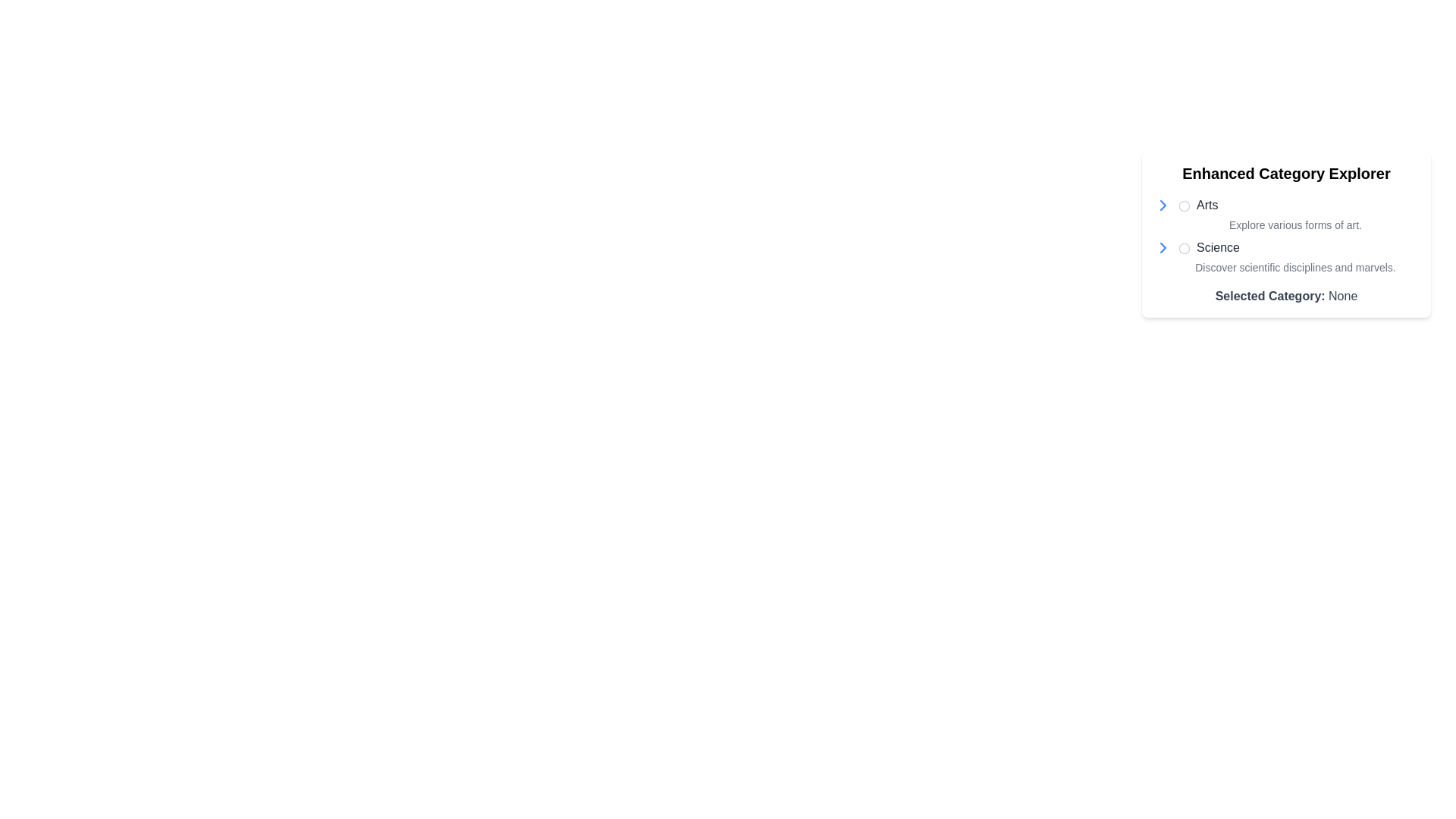 The width and height of the screenshot is (1456, 819). Describe the element at coordinates (1207, 205) in the screenshot. I see `text content of the 'Arts' category Text Label located to the right of the circular icon in the category selection interface` at that location.